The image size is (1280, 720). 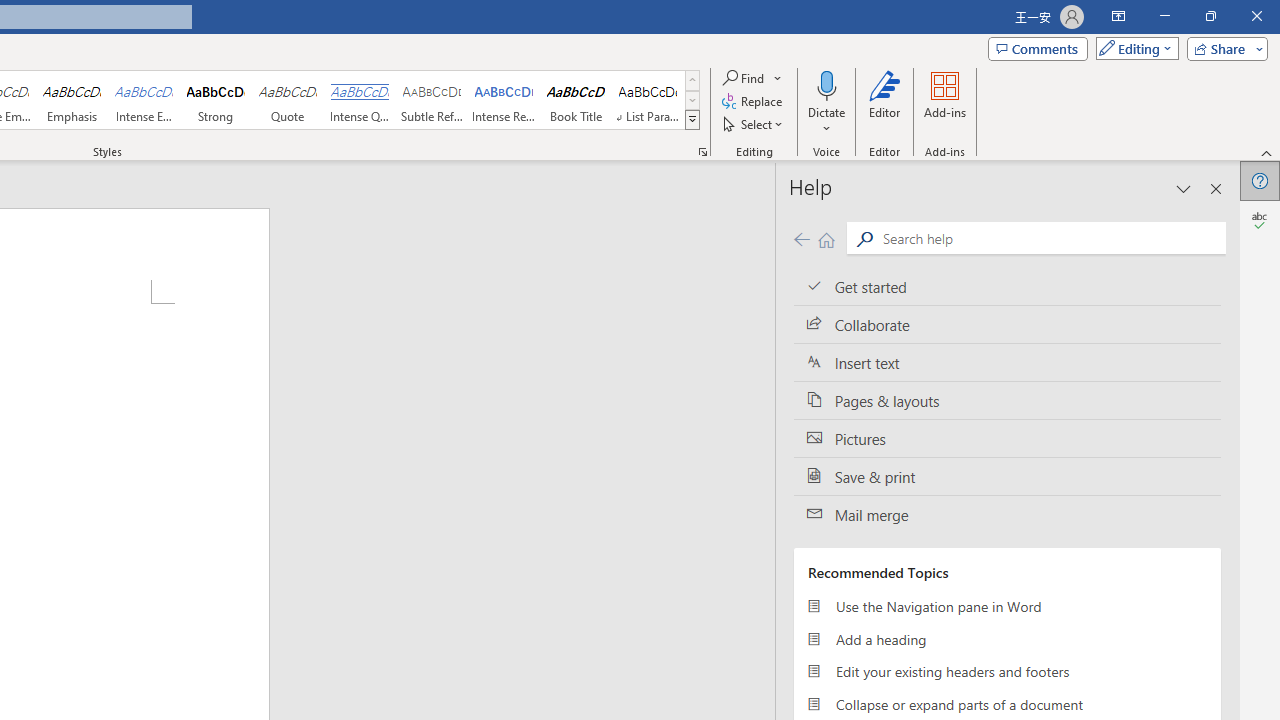 I want to click on 'Subtle Reference', so click(x=431, y=100).